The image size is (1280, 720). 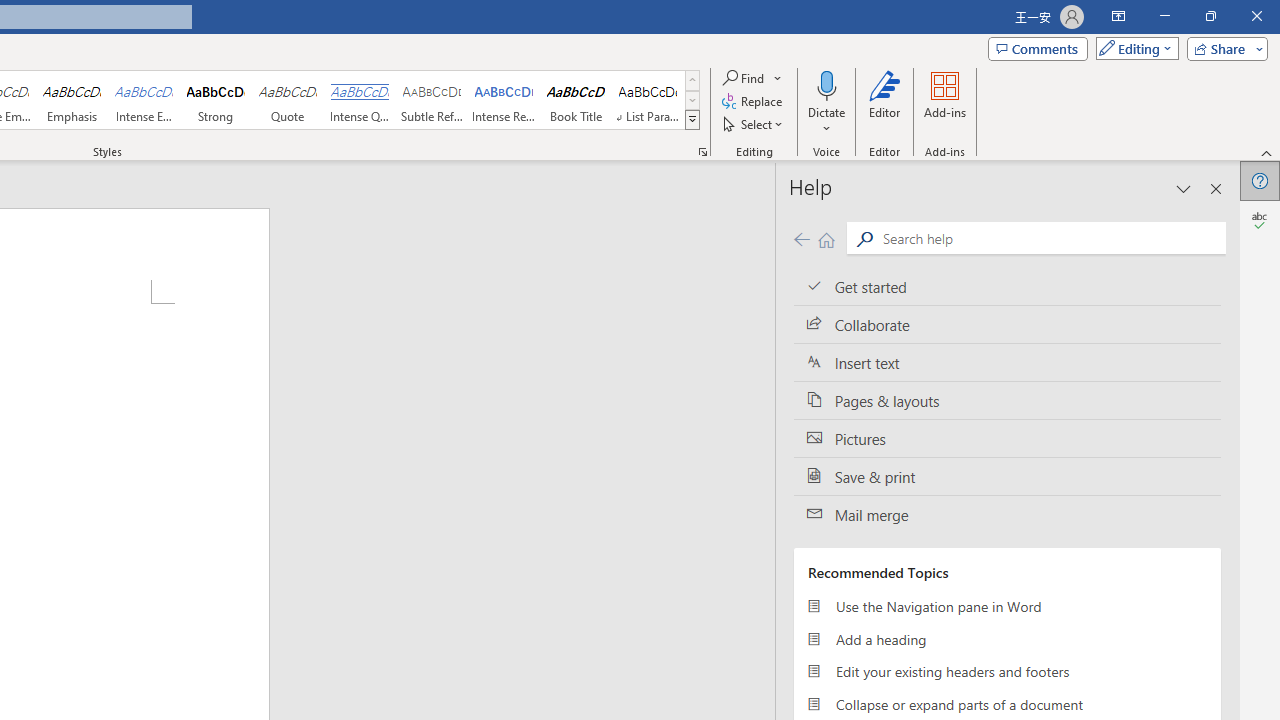 I want to click on 'Subtle Reference', so click(x=431, y=100).